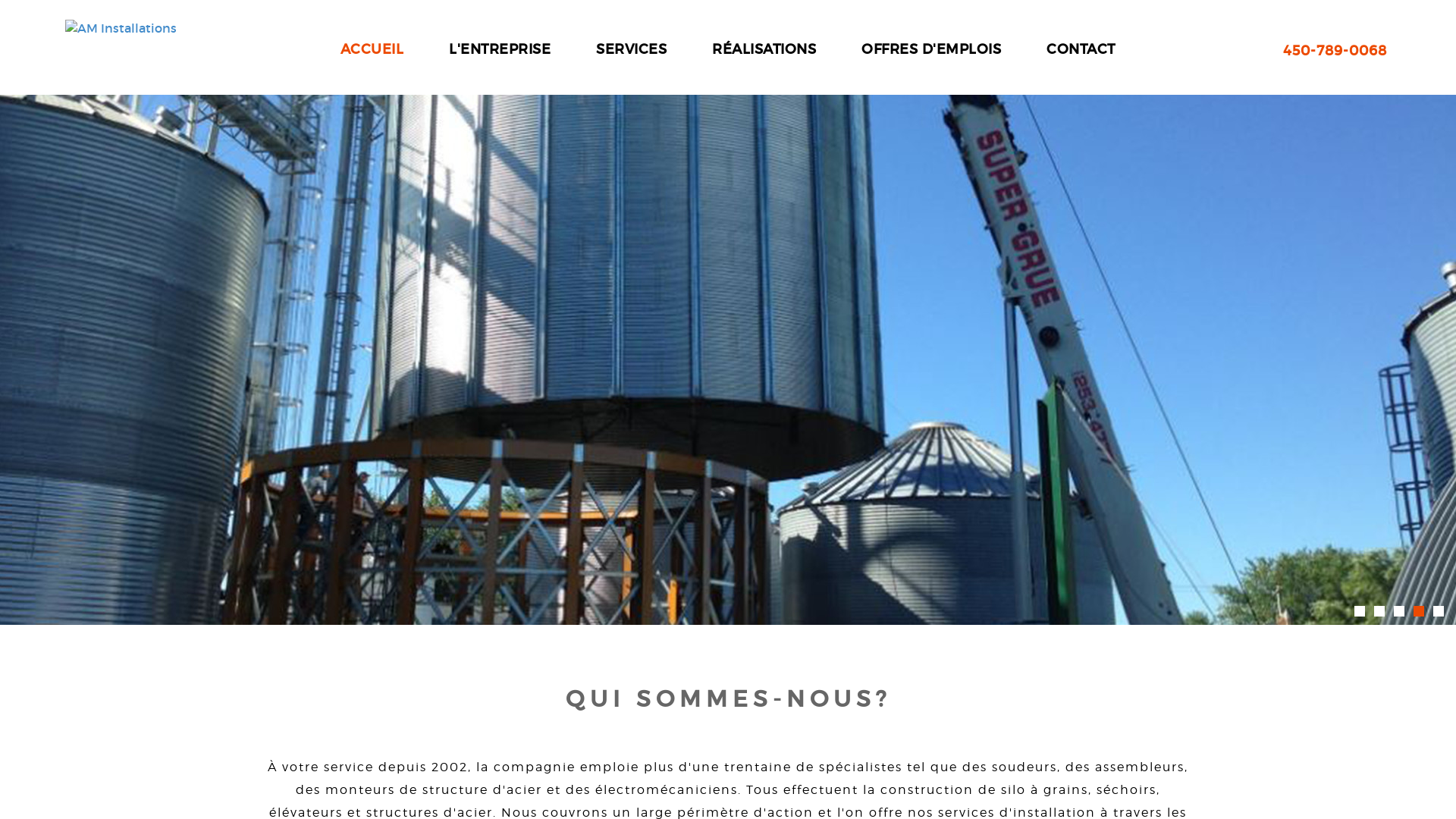 The width and height of the screenshot is (1456, 819). I want to click on 'SERVICES', so click(631, 49).